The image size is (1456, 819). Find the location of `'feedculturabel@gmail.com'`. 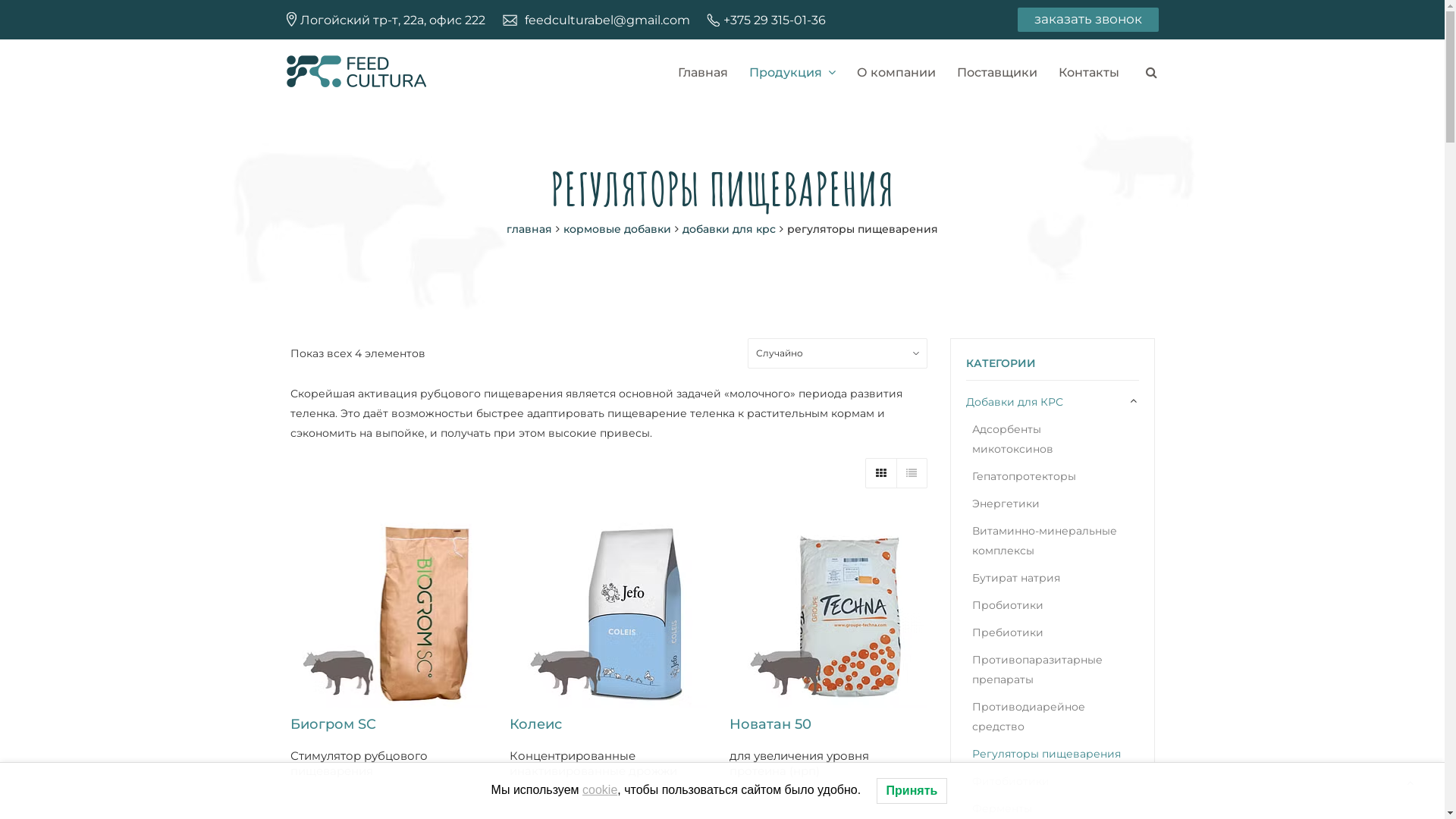

'feedculturabel@gmail.com' is located at coordinates (607, 20).